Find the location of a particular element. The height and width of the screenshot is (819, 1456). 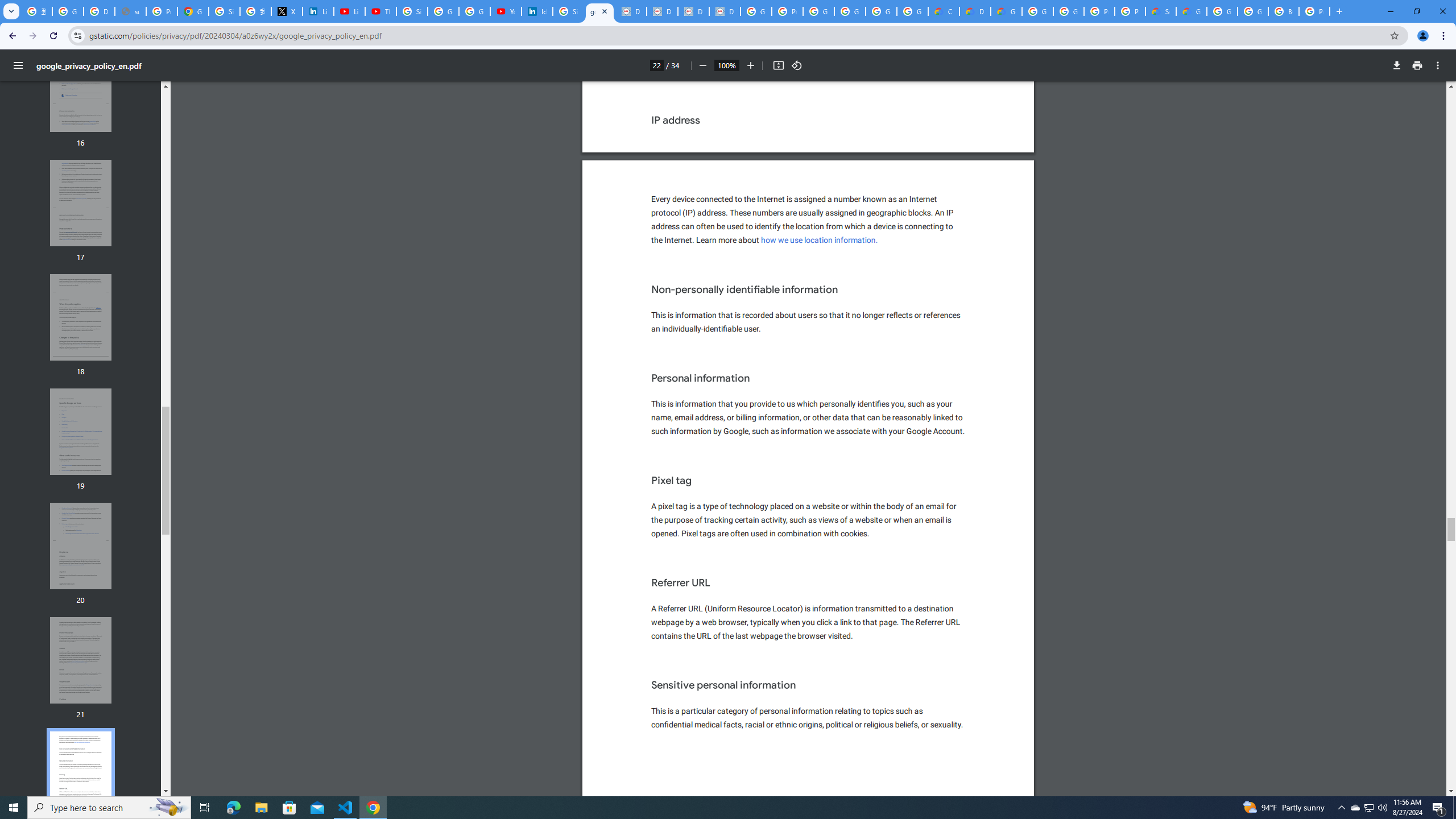

'Thumbnail for page 19' is located at coordinates (81, 431).